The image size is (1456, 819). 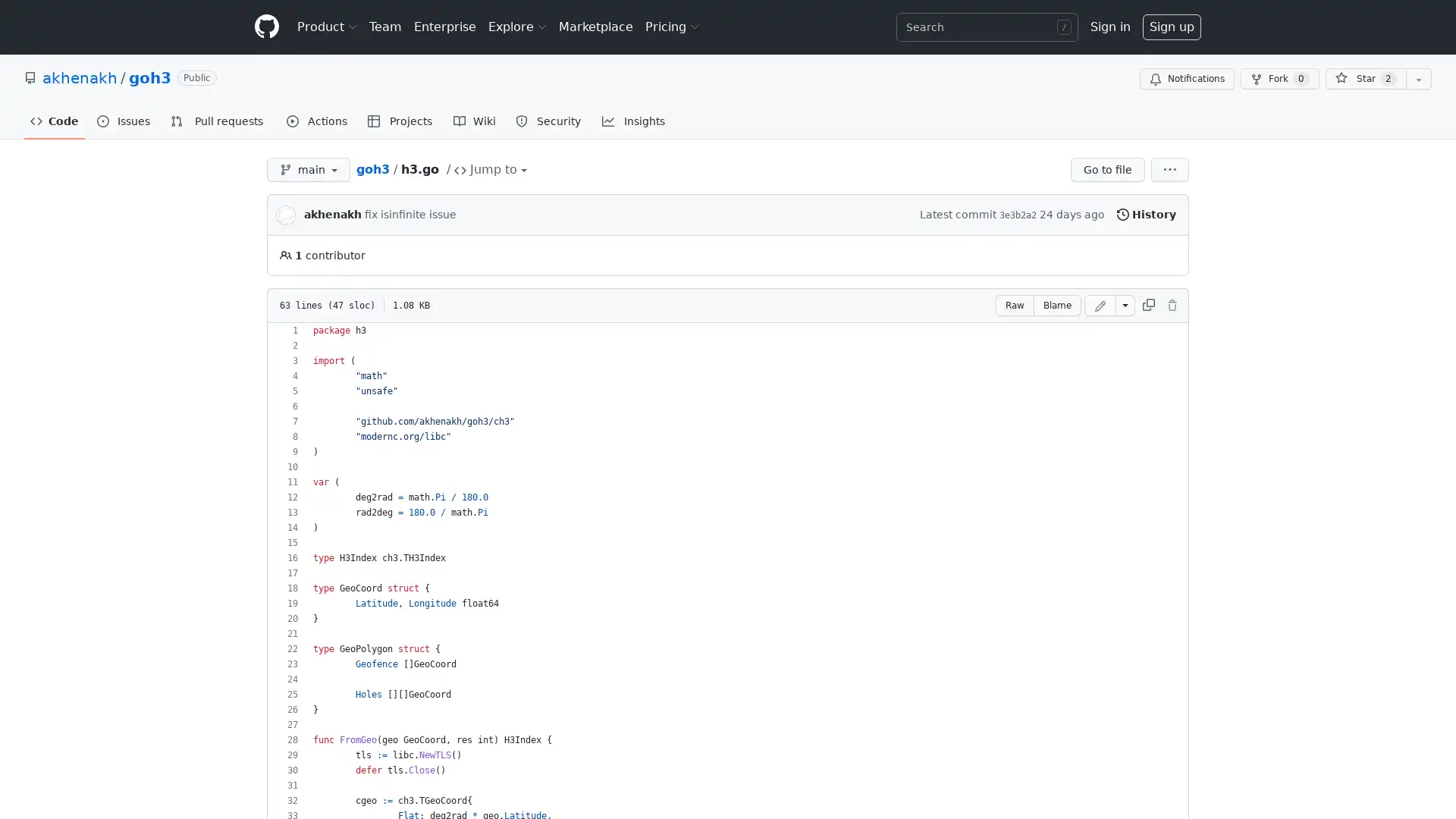 I want to click on You must be signed in to add this repository to a list, so click(x=1418, y=79).